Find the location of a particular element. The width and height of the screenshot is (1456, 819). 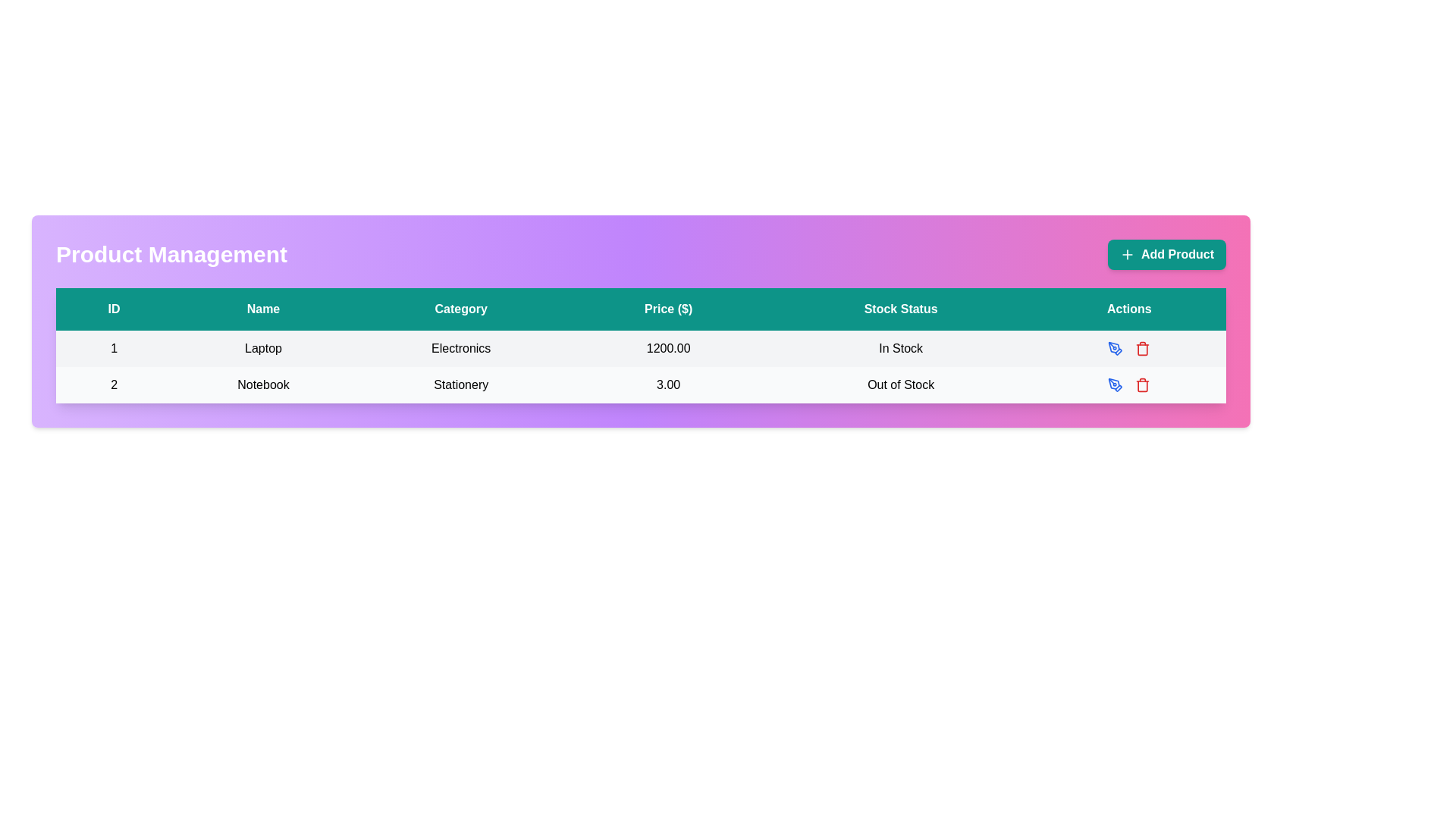

the Table Header Cell labeled 'ID', which is the first column header in the table under the 'Product Management' section is located at coordinates (113, 309).